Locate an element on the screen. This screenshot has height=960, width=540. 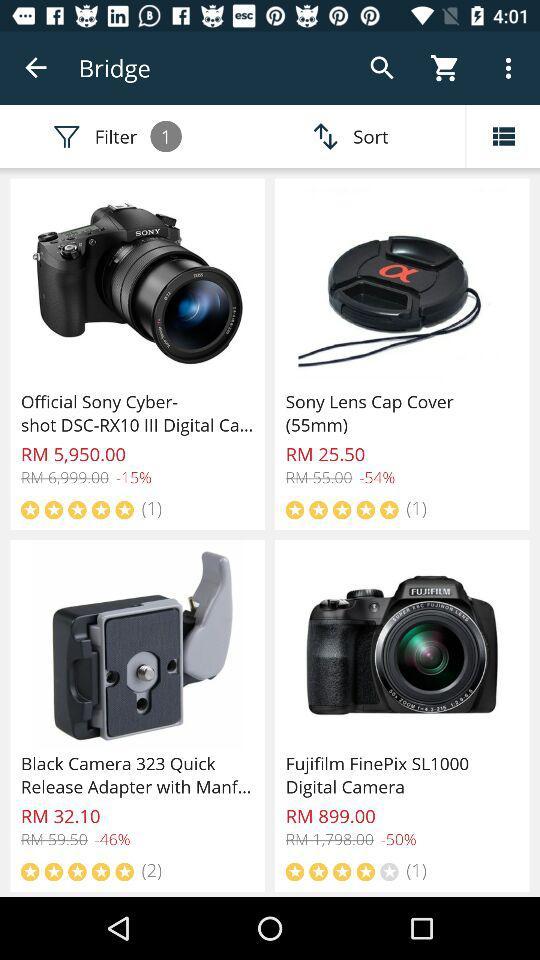
icon above filter is located at coordinates (36, 68).